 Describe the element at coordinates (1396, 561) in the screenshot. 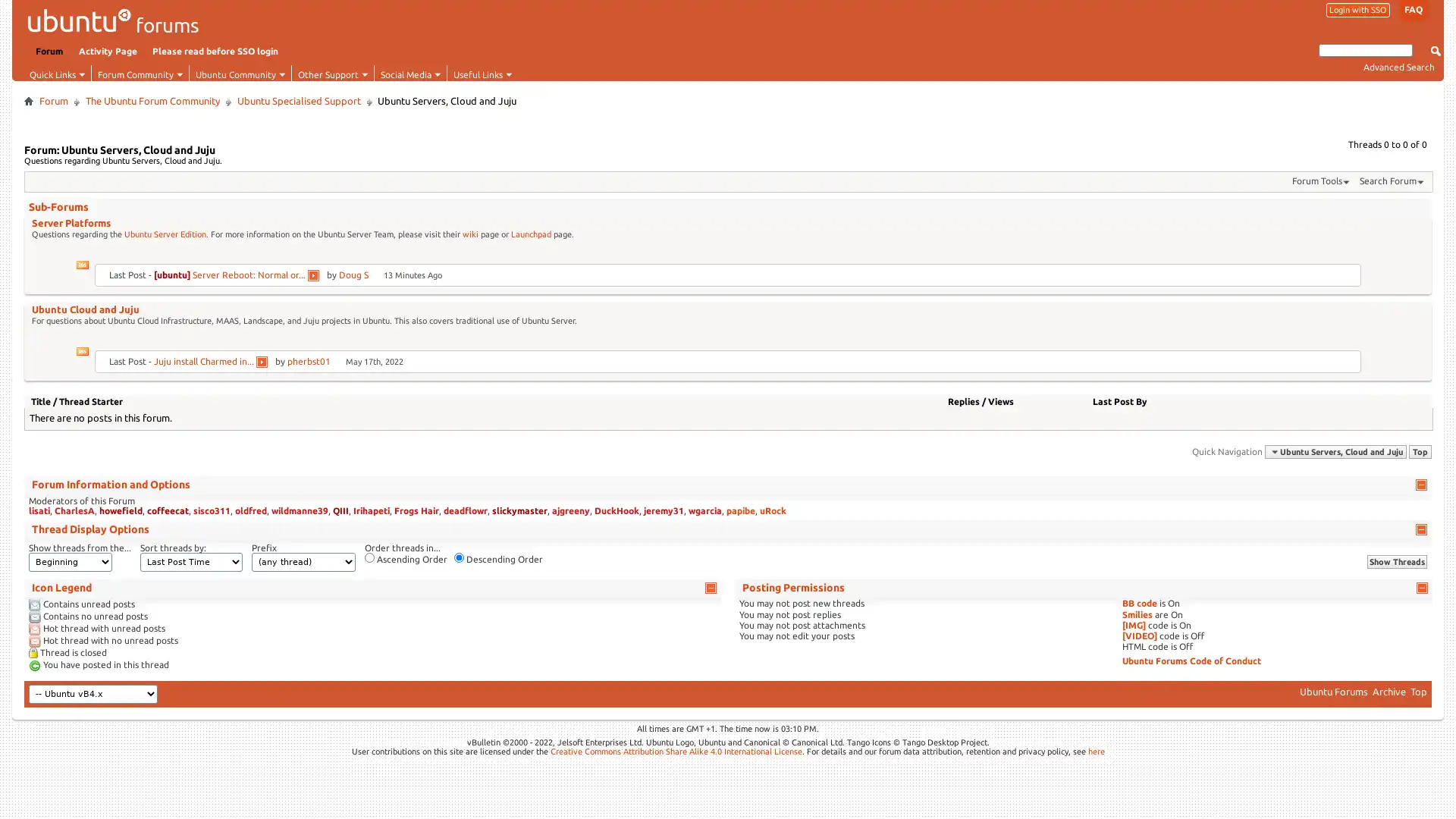

I see `Show Threads` at that location.